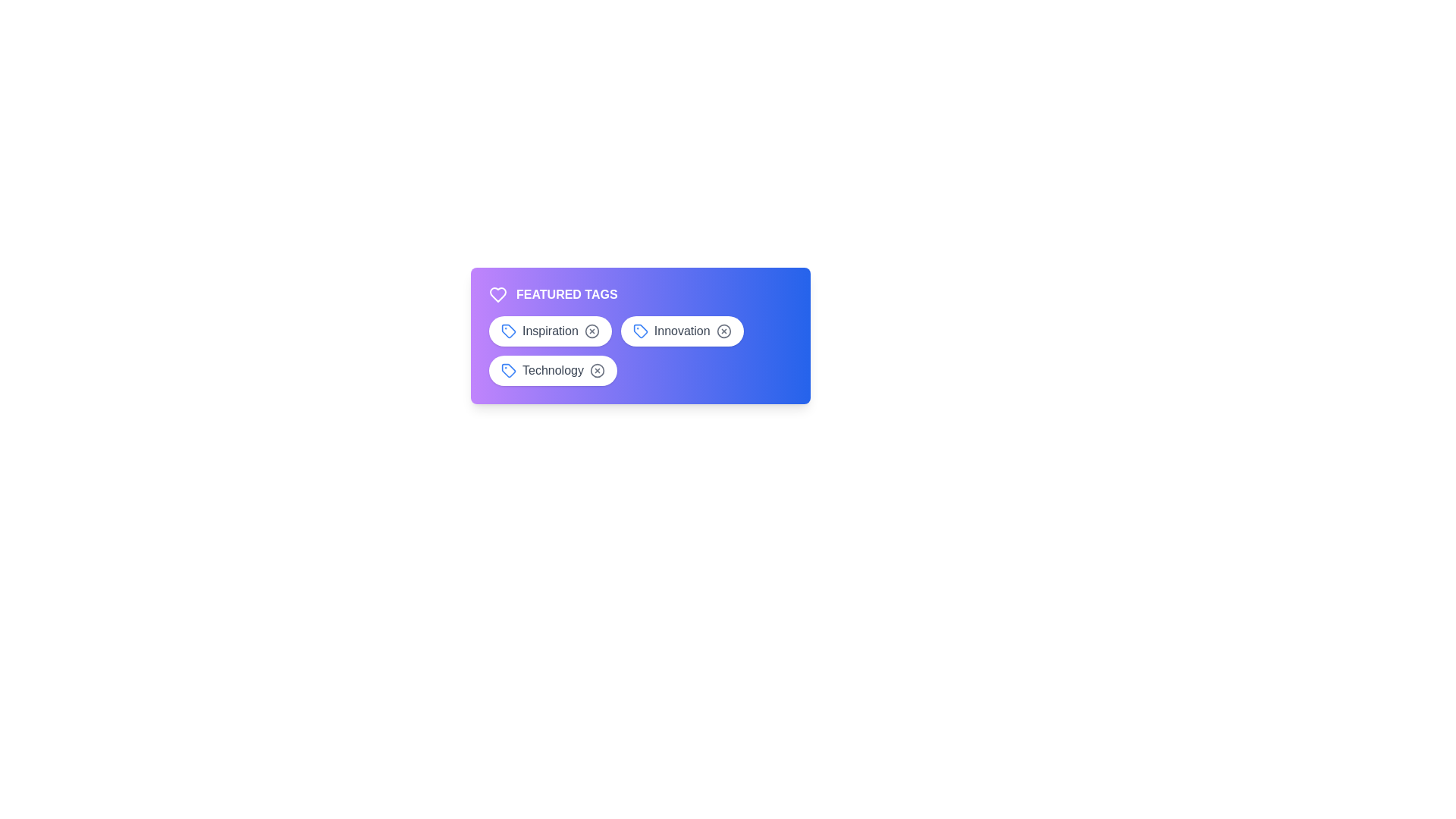  I want to click on the tag icon located next to the 'Inspiration' tag under the 'FEATURED TAGS' title, so click(509, 330).